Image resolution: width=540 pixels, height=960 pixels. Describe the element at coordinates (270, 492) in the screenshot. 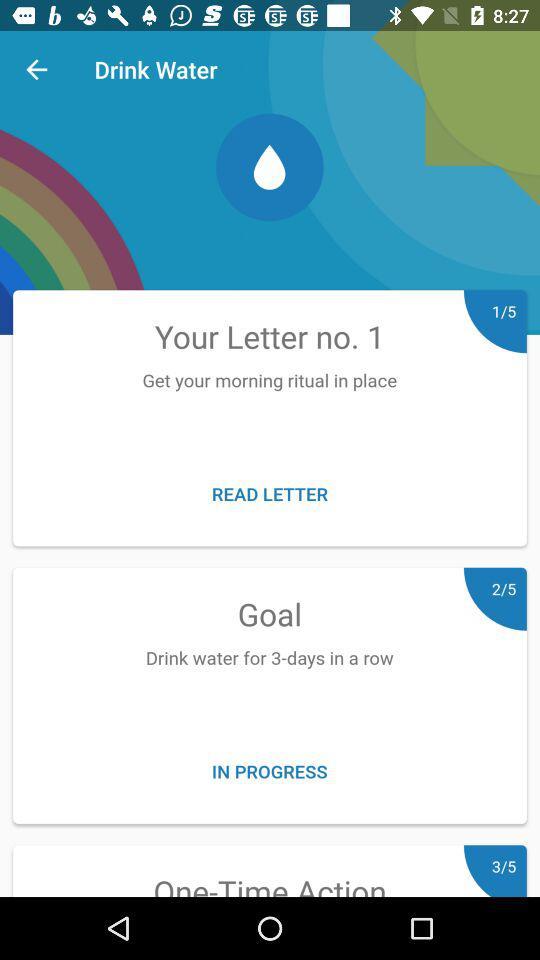

I see `read letter` at that location.